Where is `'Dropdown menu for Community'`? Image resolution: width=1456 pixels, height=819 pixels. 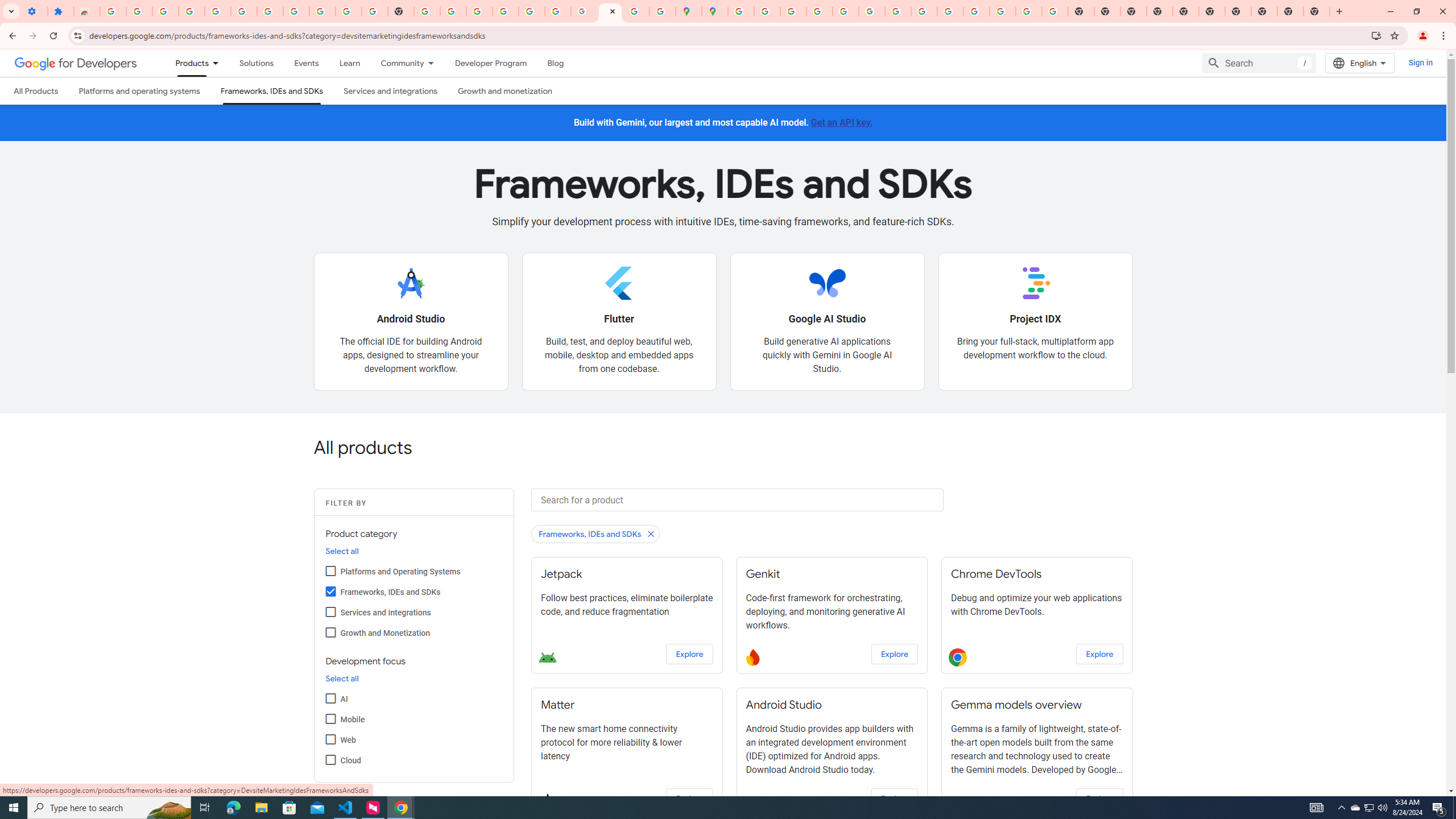
'Dropdown menu for Community' is located at coordinates (433, 63).